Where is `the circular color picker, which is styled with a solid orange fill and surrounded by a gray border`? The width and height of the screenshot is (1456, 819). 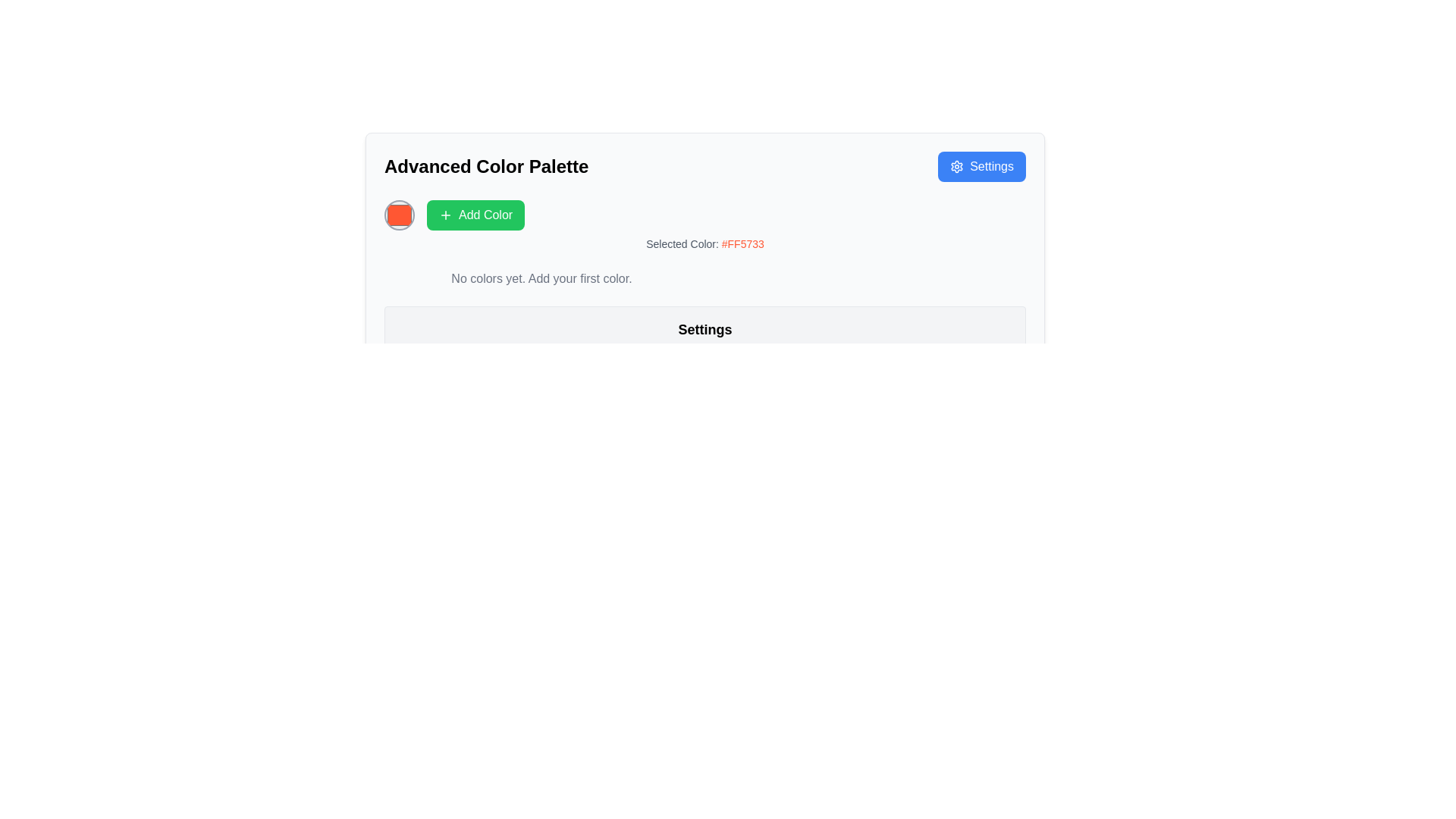 the circular color picker, which is styled with a solid orange fill and surrounded by a gray border is located at coordinates (400, 215).